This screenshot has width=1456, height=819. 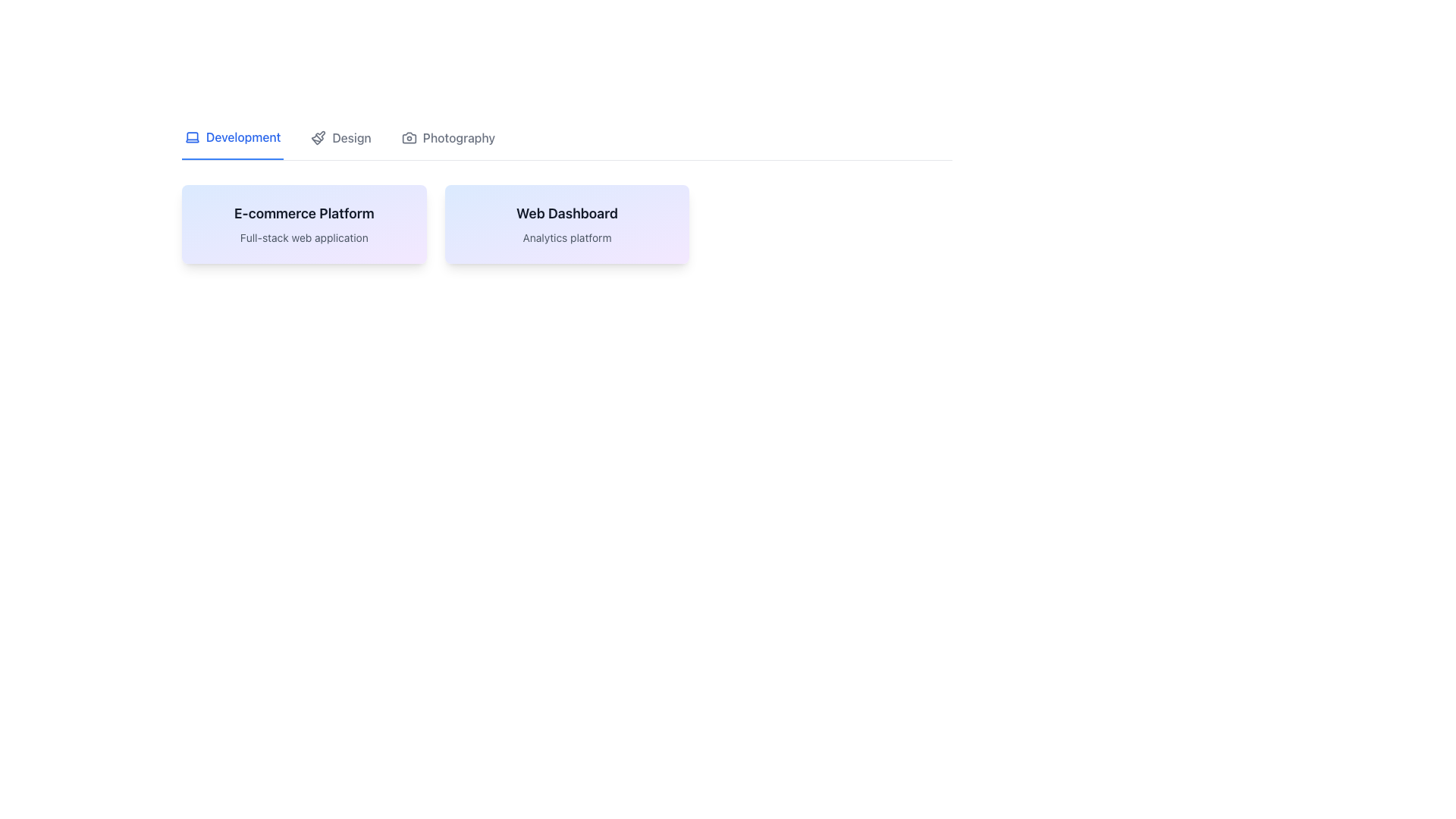 What do you see at coordinates (447, 143) in the screenshot?
I see `the 'Photography' navigation tab, which is the third tab in the horizontal navigation menu` at bounding box center [447, 143].